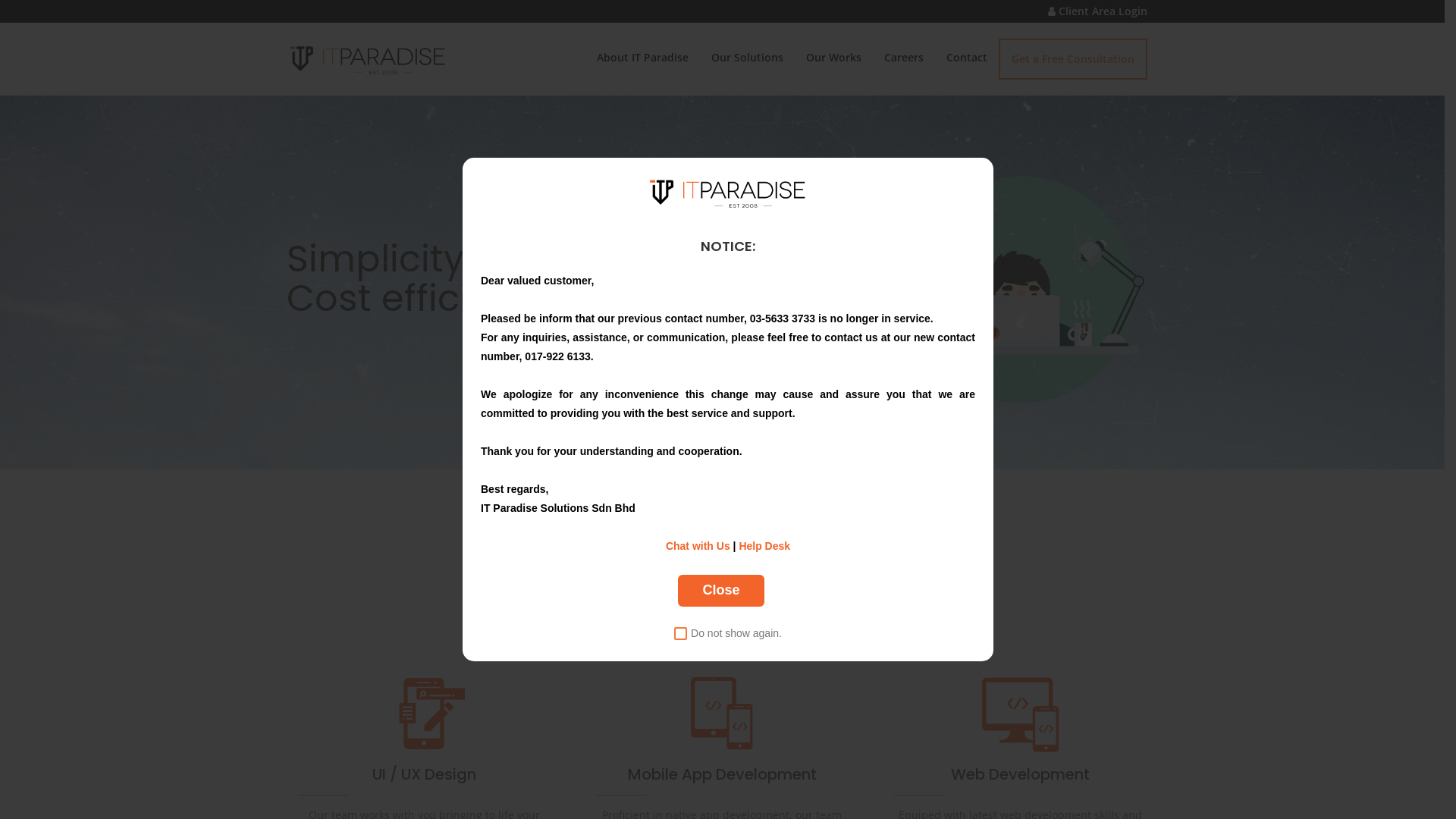  What do you see at coordinates (746, 57) in the screenshot?
I see `'Our Solutions'` at bounding box center [746, 57].